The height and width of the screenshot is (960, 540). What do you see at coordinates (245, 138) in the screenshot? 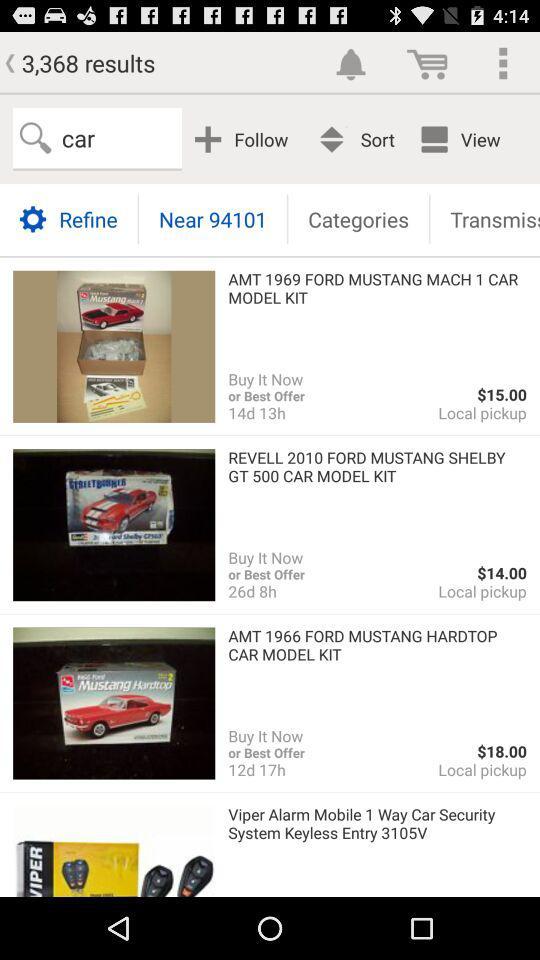
I see `app to the right of car app` at bounding box center [245, 138].